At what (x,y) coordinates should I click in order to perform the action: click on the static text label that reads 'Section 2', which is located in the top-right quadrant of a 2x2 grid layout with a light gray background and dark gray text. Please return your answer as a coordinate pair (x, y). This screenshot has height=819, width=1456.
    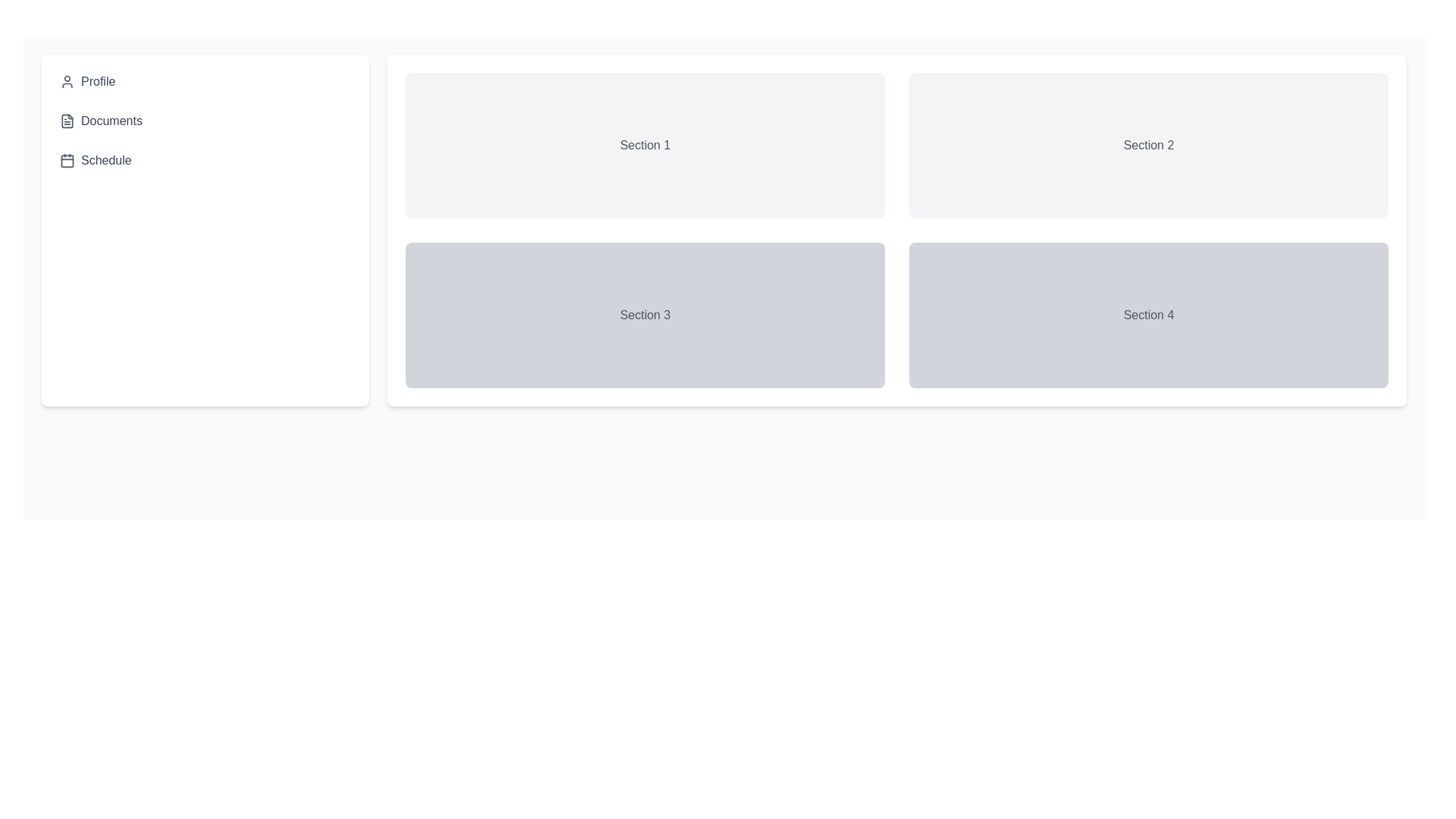
    Looking at the image, I should click on (1149, 146).